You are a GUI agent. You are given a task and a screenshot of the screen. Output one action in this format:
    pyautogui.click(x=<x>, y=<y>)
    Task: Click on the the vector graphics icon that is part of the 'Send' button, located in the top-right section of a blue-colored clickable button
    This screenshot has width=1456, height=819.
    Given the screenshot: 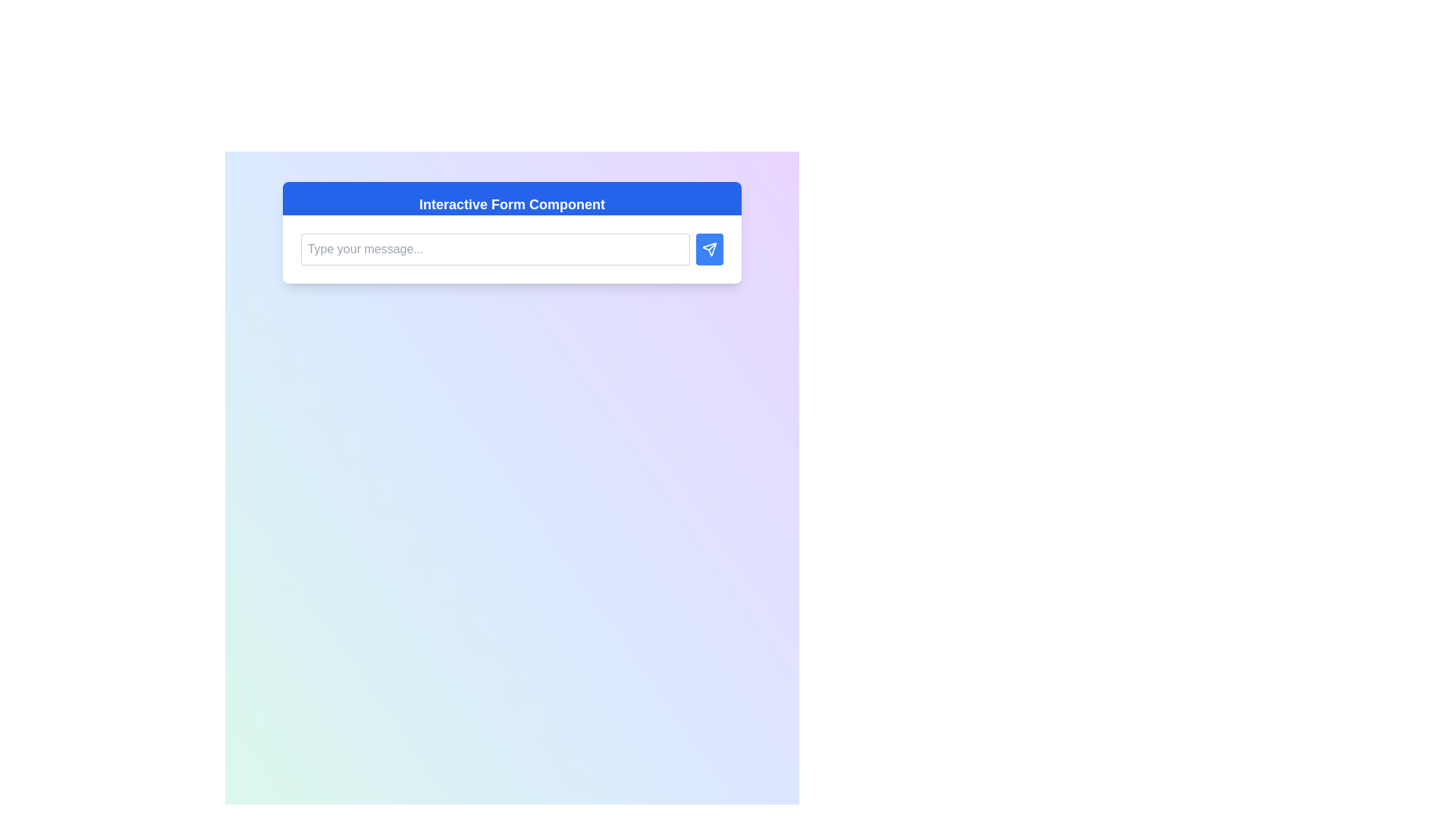 What is the action you would take?
    pyautogui.click(x=709, y=247)
    